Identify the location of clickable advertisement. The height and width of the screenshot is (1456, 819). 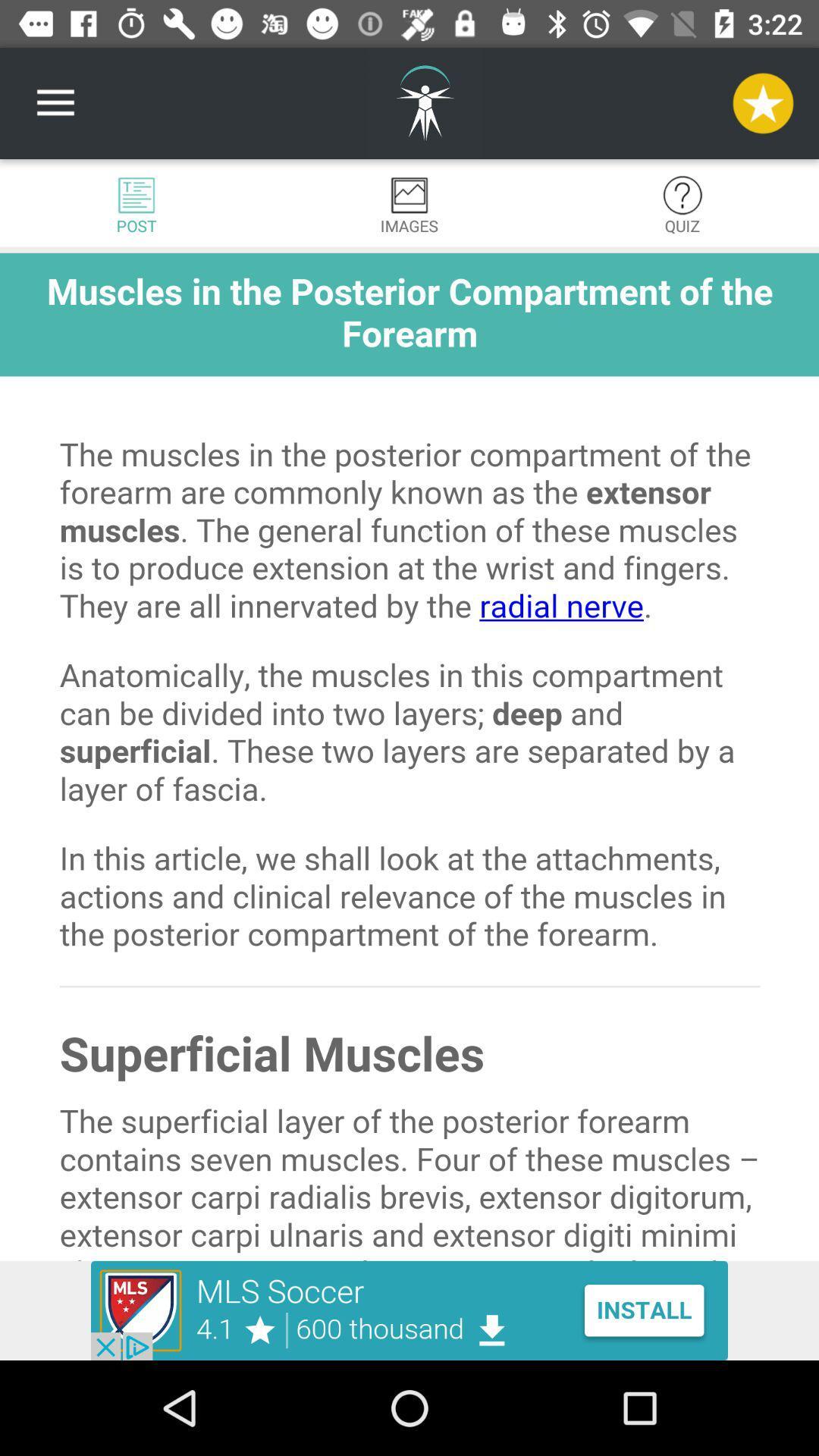
(409, 1310).